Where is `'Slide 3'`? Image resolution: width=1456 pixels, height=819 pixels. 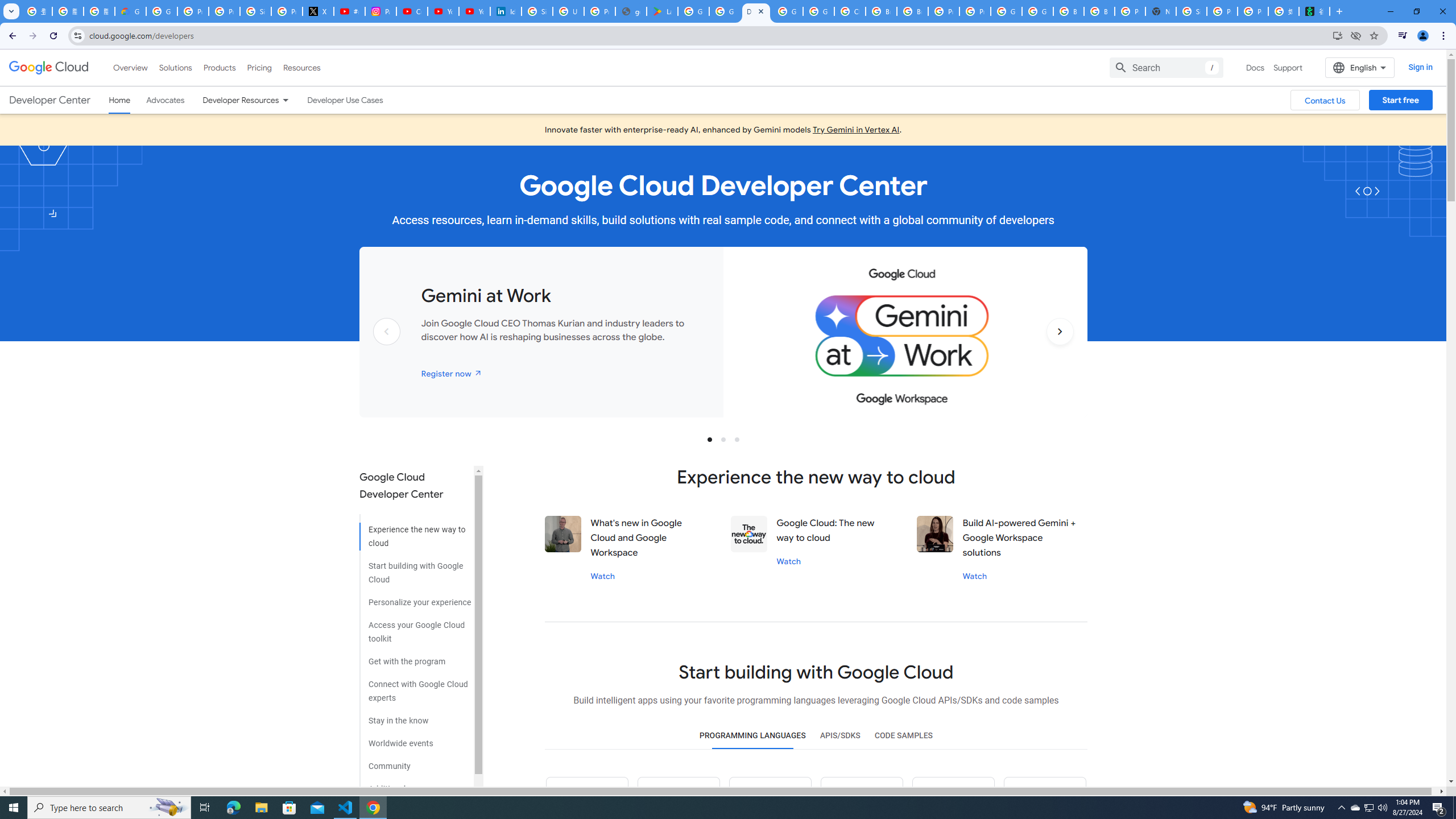 'Slide 3' is located at coordinates (737, 439).